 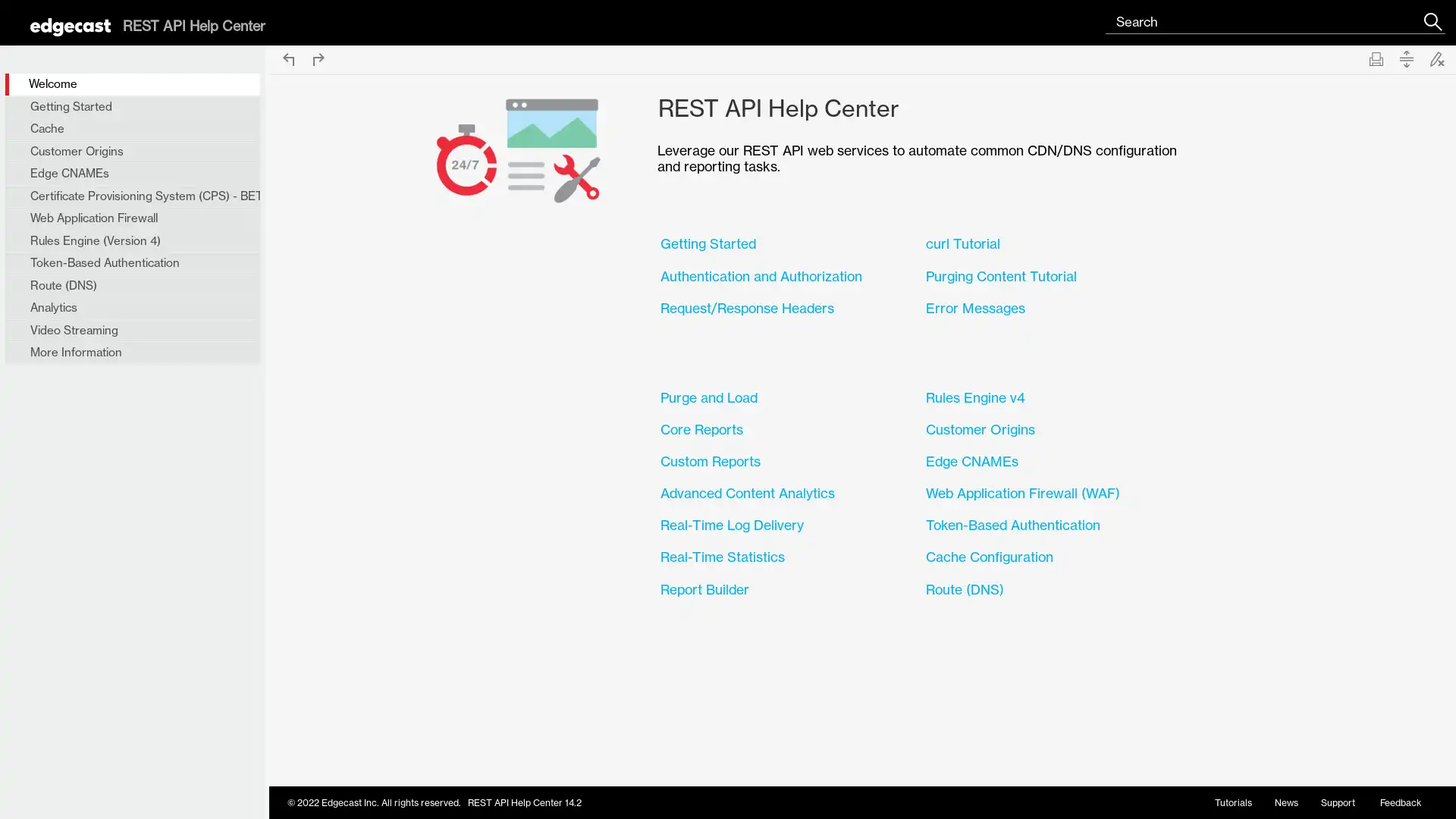 I want to click on previous topic, so click(x=287, y=58).